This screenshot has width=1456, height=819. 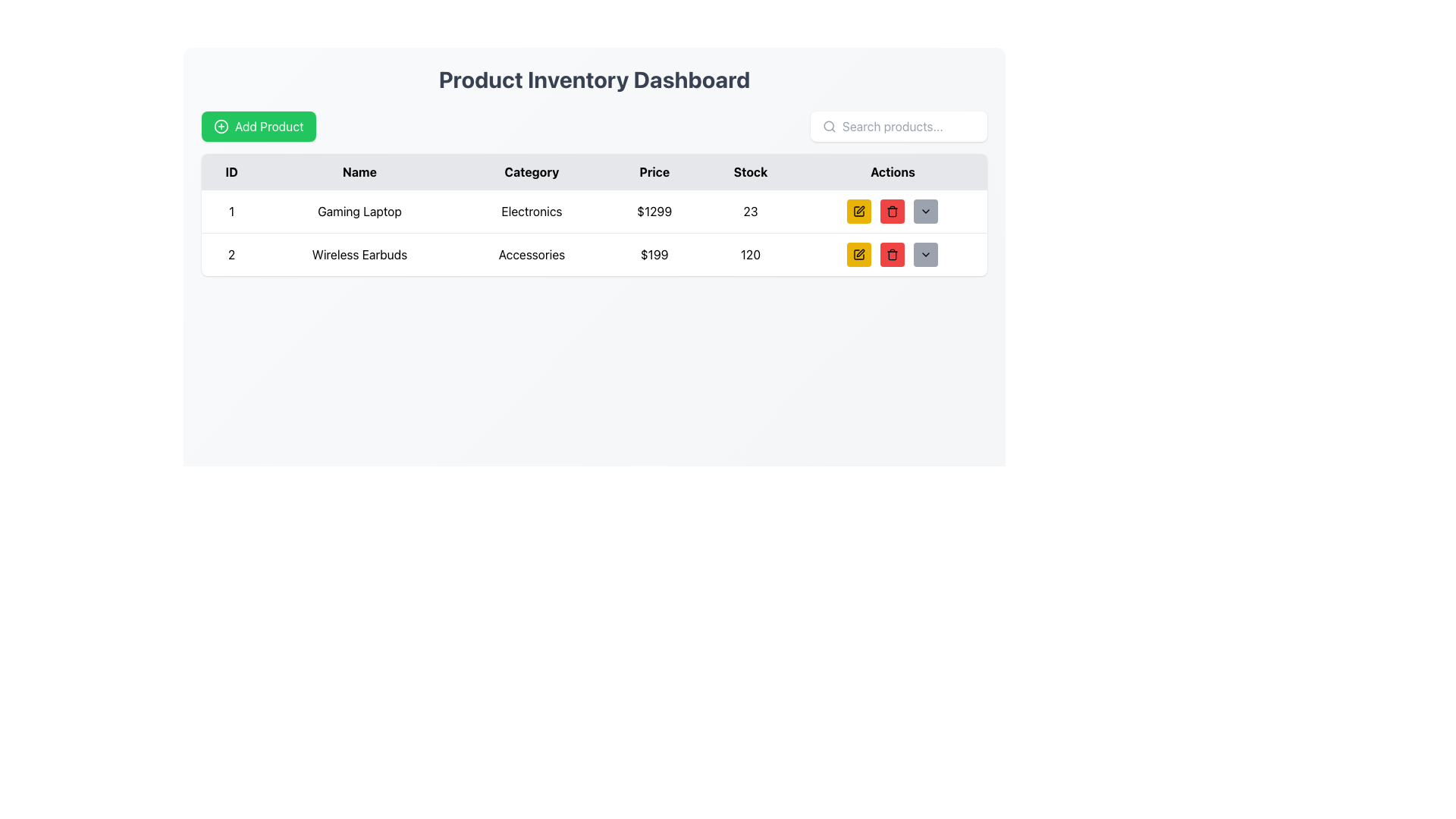 I want to click on the Text Display element that shows the numeral '1', which is located in the first column of the first row of a table under the 'ID' header, immediately to the left of 'Gaming Laptop', so click(x=231, y=212).